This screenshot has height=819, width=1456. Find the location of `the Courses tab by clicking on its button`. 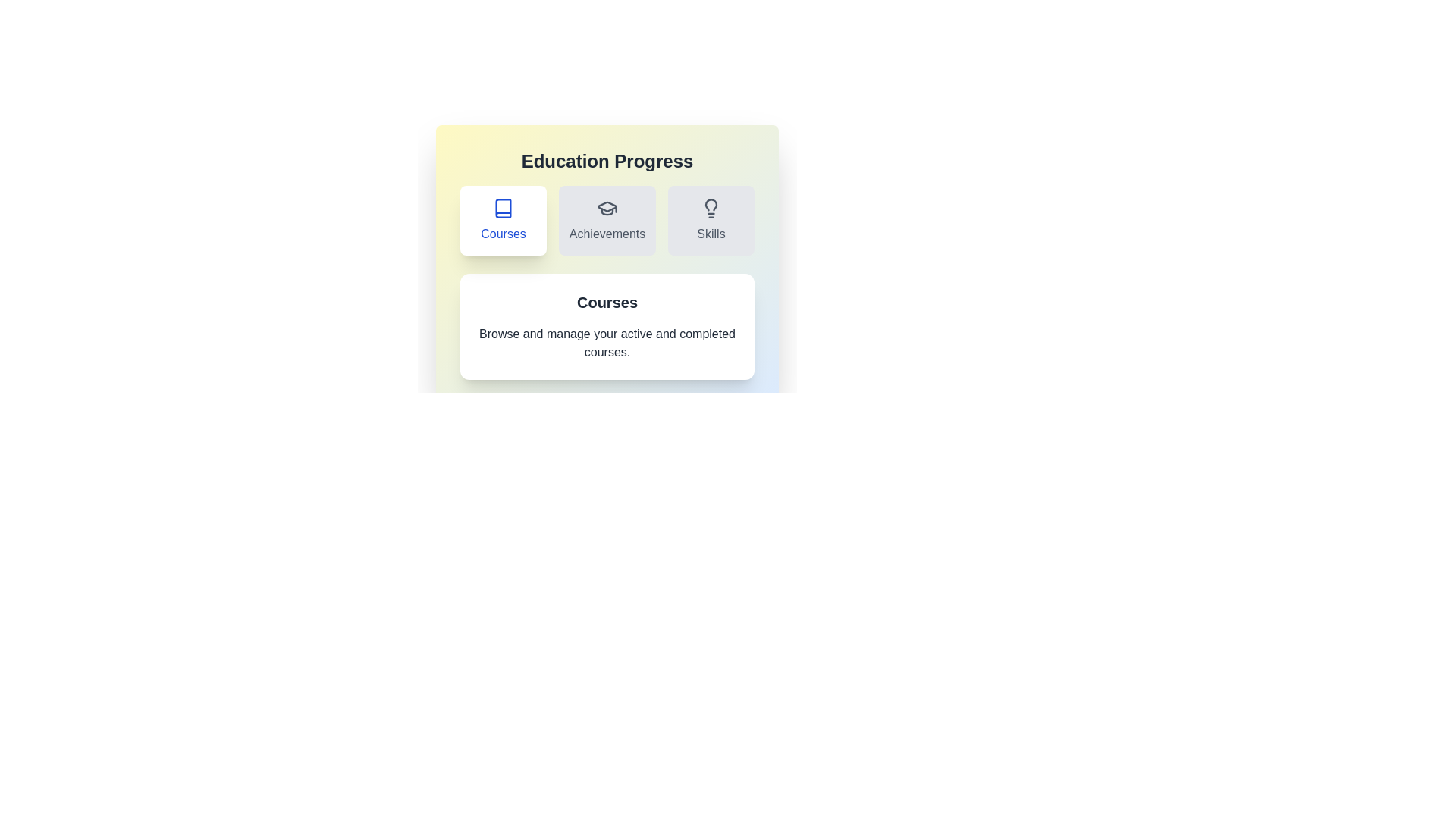

the Courses tab by clicking on its button is located at coordinates (503, 220).